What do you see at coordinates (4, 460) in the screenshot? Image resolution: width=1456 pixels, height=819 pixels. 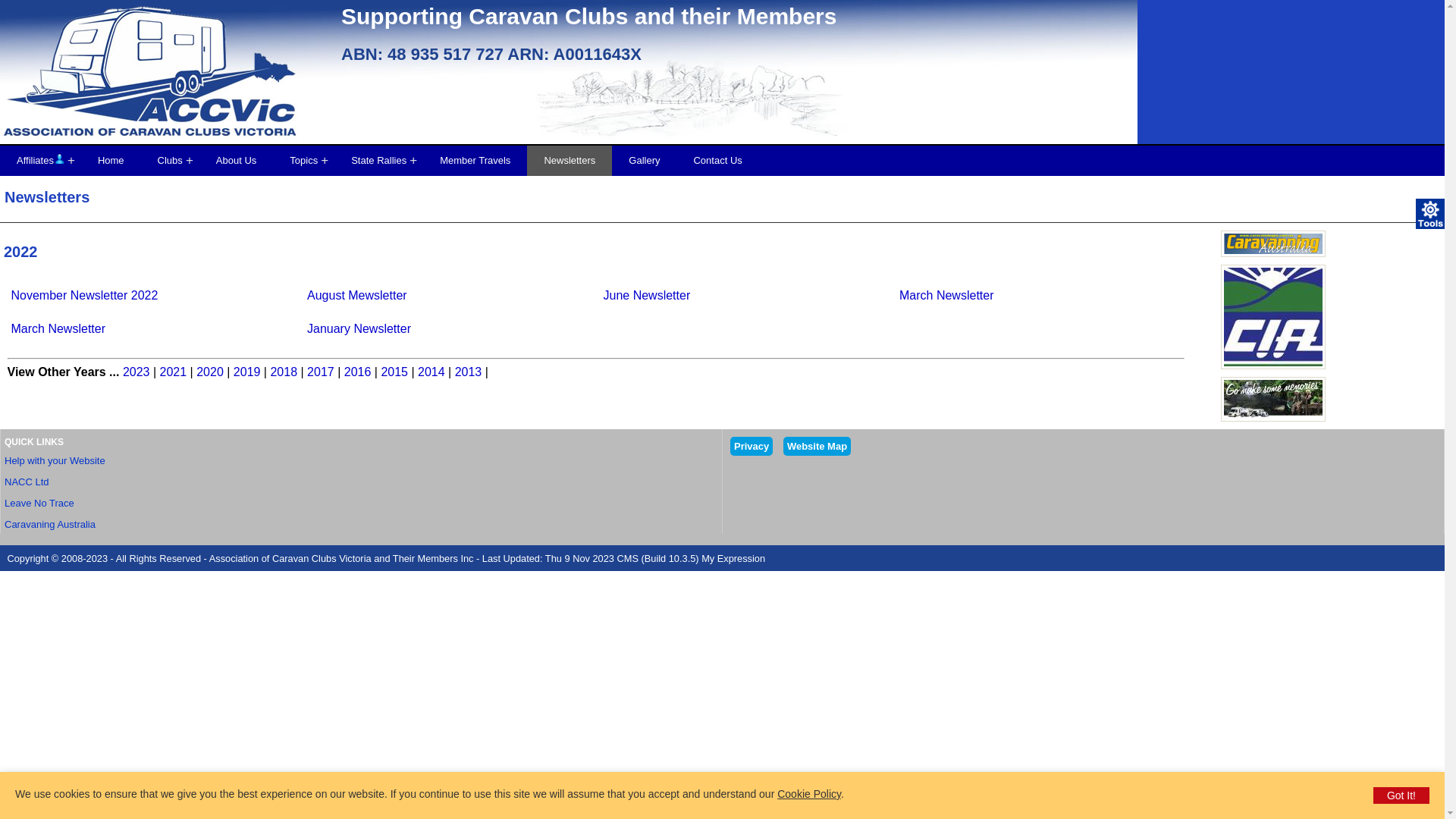 I see `'Help with your Website'` at bounding box center [4, 460].